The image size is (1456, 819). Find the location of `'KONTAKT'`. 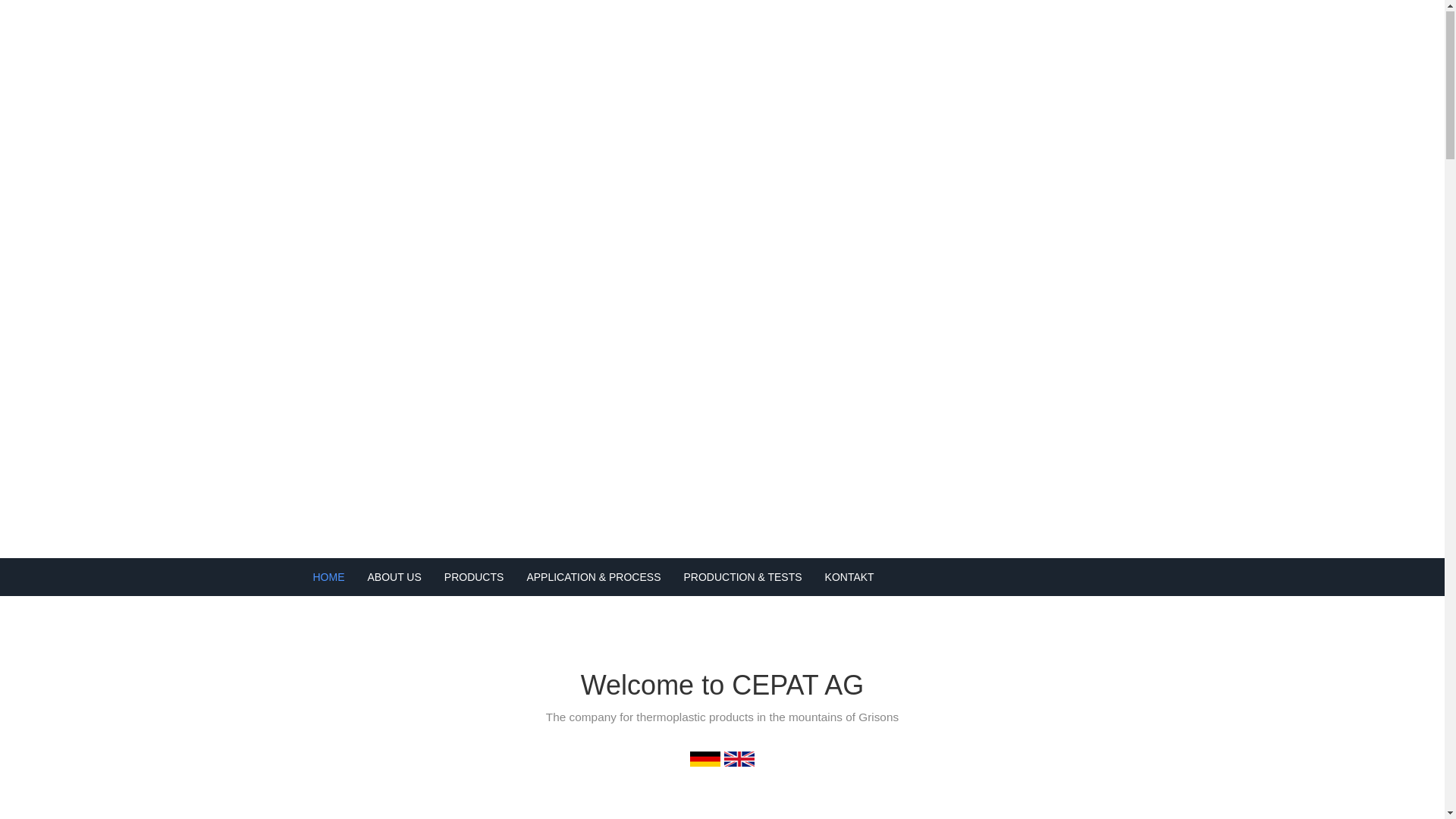

'KONTAKT' is located at coordinates (813, 578).